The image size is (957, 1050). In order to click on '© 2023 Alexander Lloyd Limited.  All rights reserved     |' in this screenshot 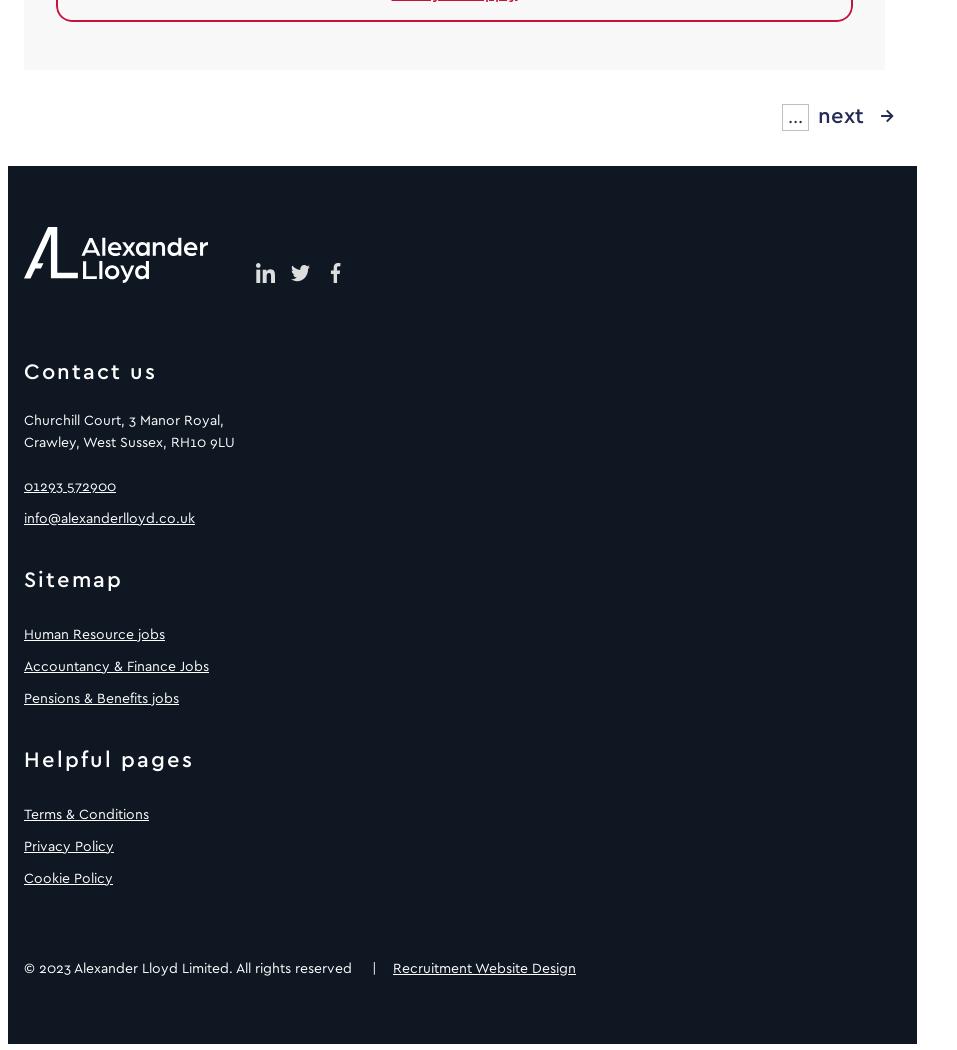, I will do `click(207, 966)`.